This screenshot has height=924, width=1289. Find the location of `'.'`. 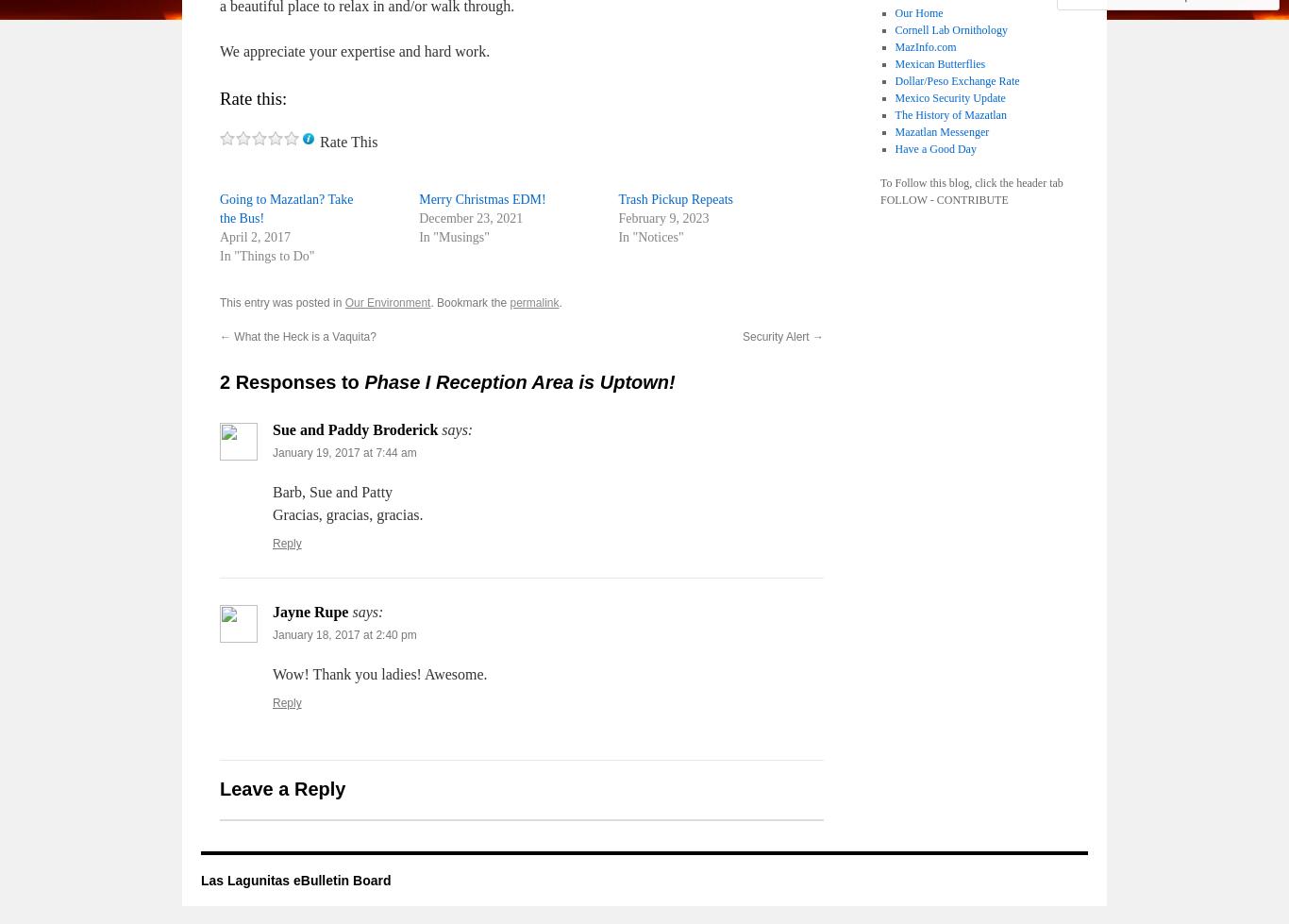

'.' is located at coordinates (559, 303).